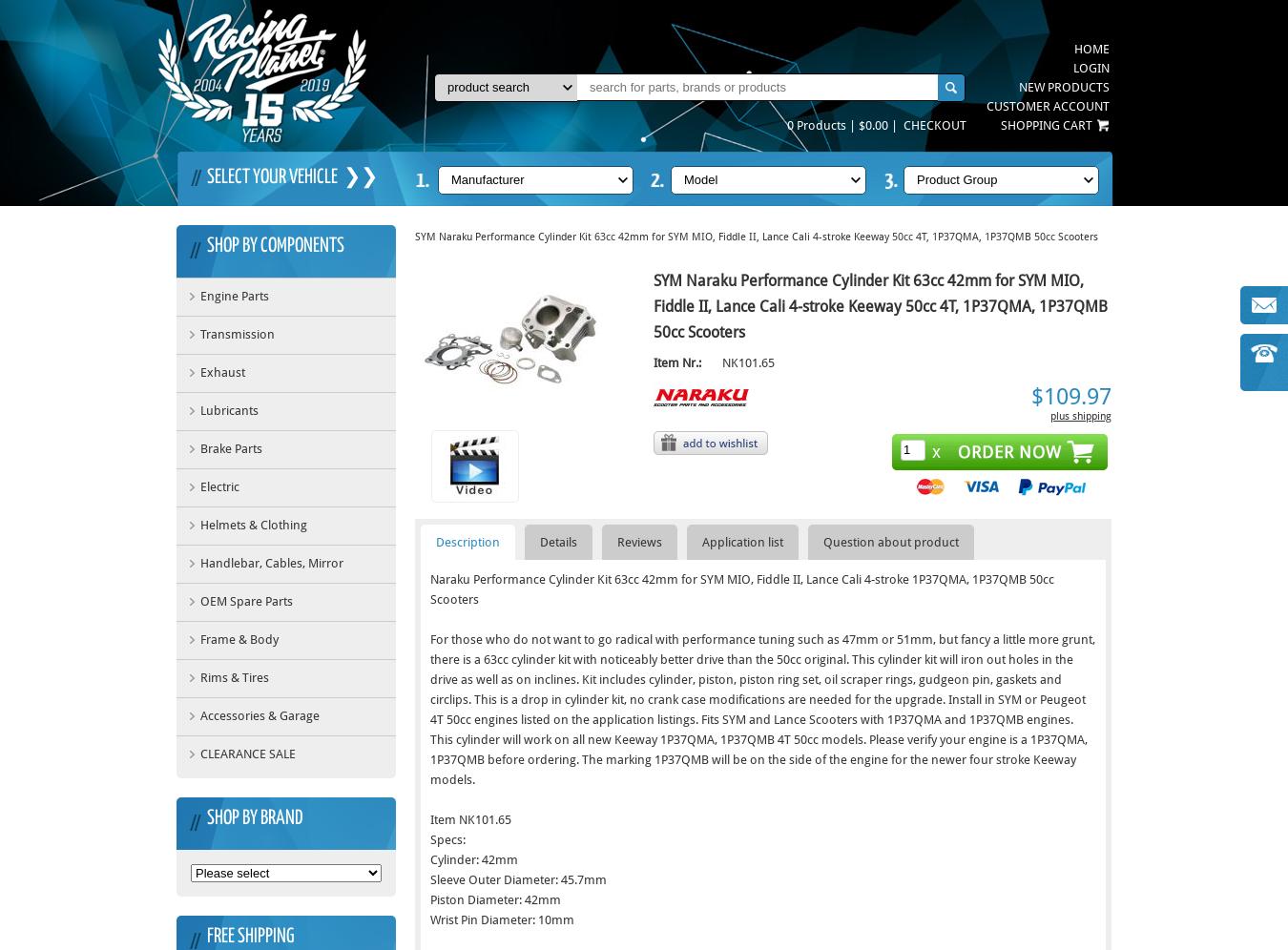 The height and width of the screenshot is (950, 1288). Describe the element at coordinates (786, 124) in the screenshot. I see `'0 Products'` at that location.